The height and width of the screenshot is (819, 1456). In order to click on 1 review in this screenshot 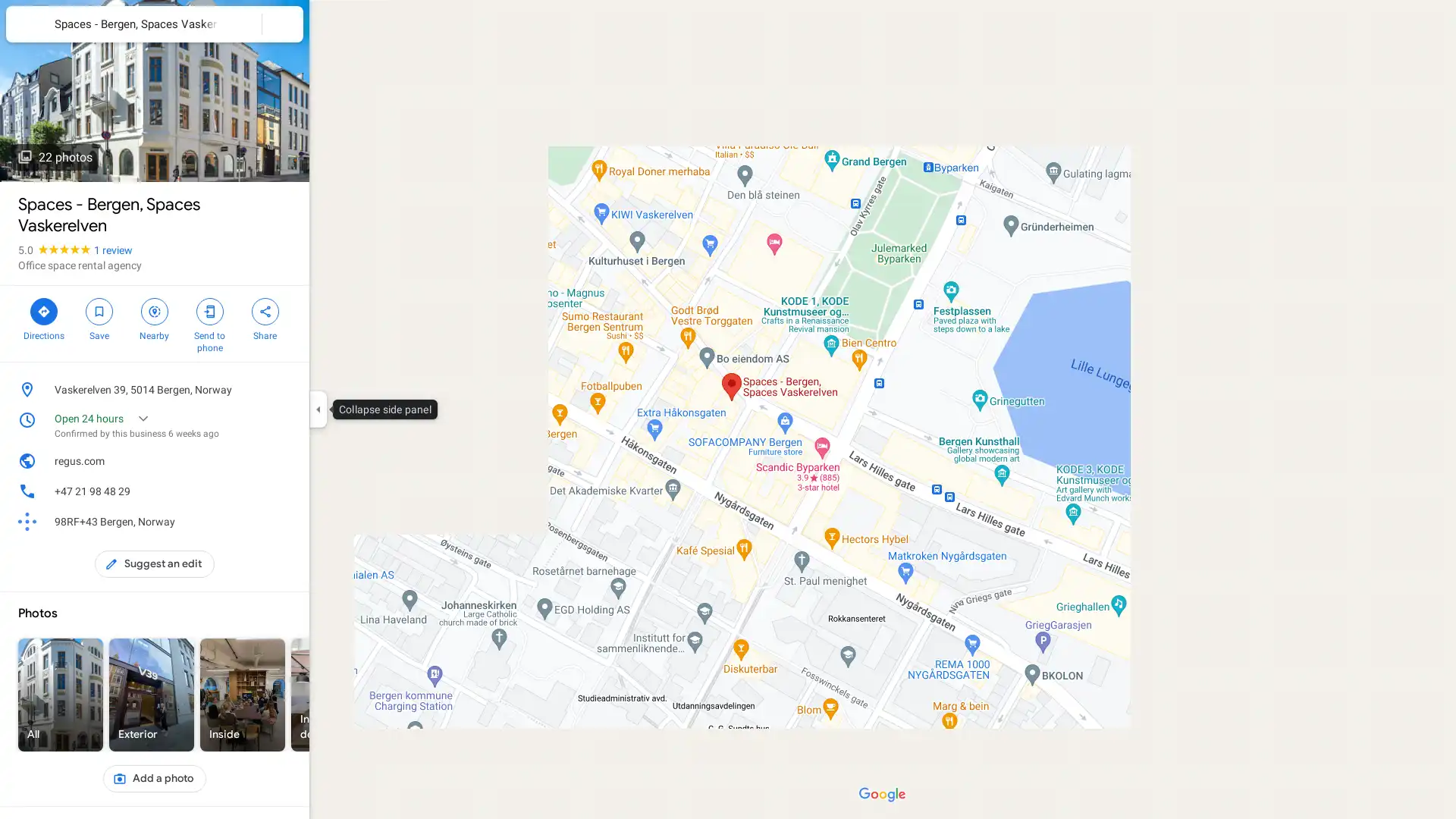, I will do `click(112, 249)`.